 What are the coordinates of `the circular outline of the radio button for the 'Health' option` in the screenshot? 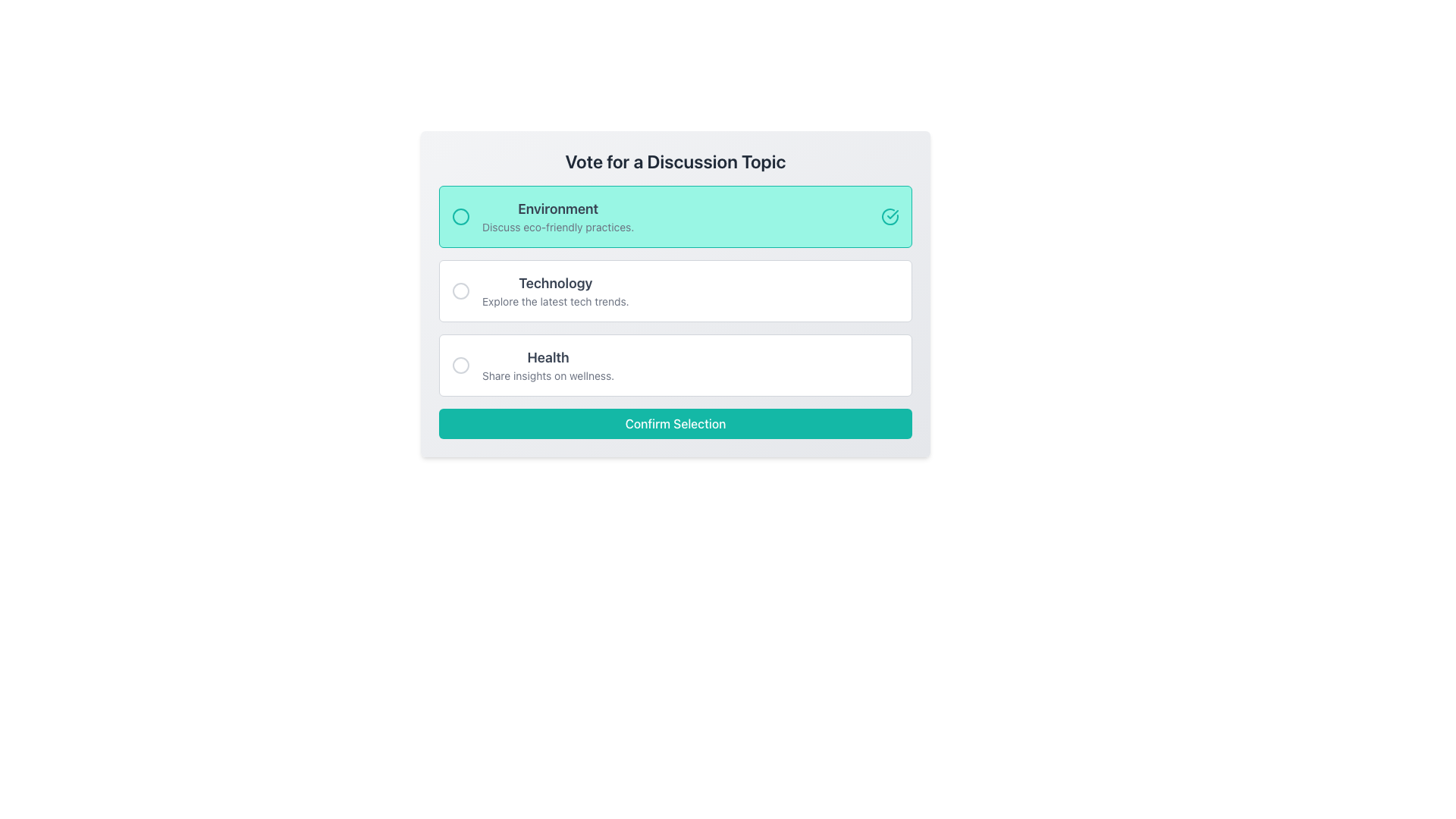 It's located at (460, 366).